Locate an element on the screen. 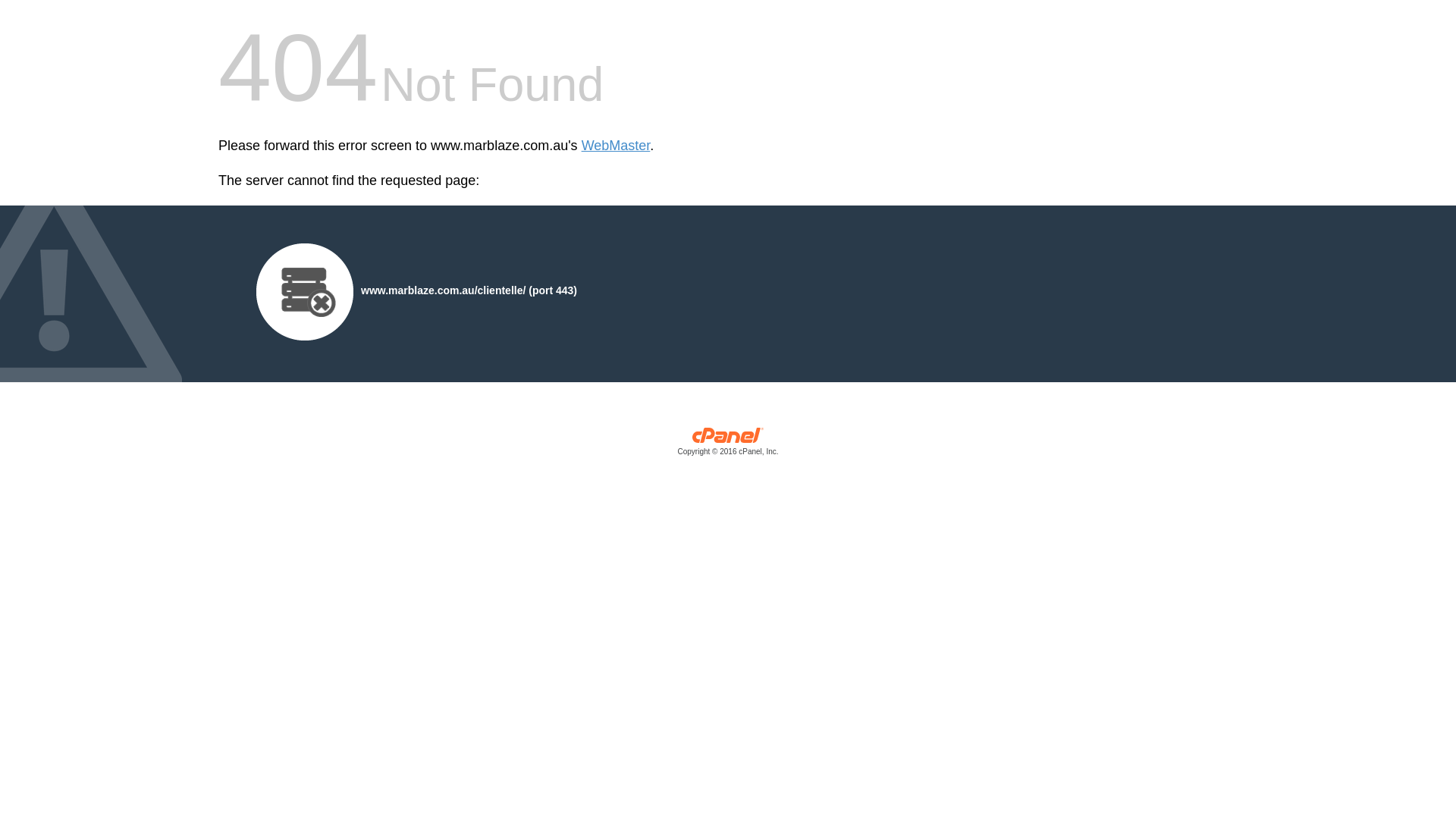 The height and width of the screenshot is (819, 1456). 'WebMaster' is located at coordinates (616, 146).